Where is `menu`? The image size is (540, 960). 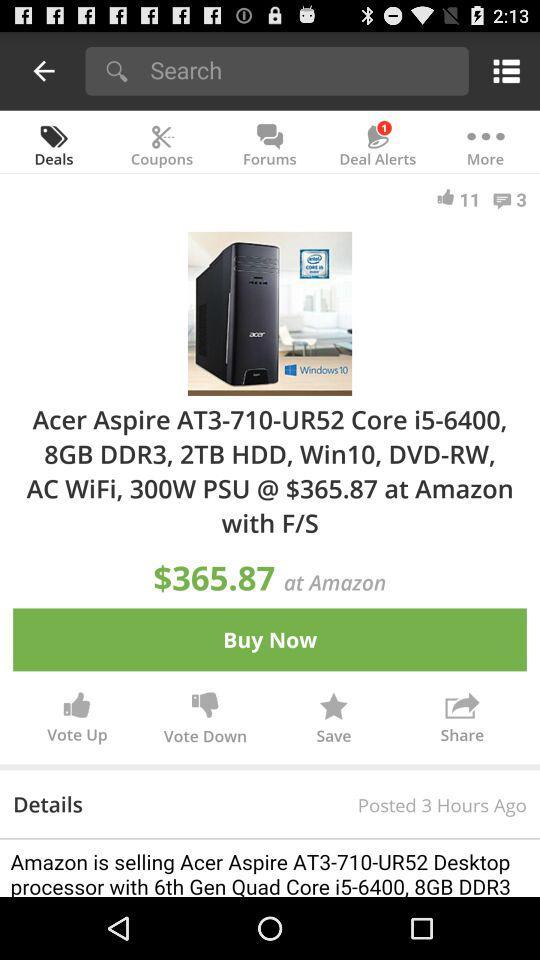 menu is located at coordinates (502, 70).